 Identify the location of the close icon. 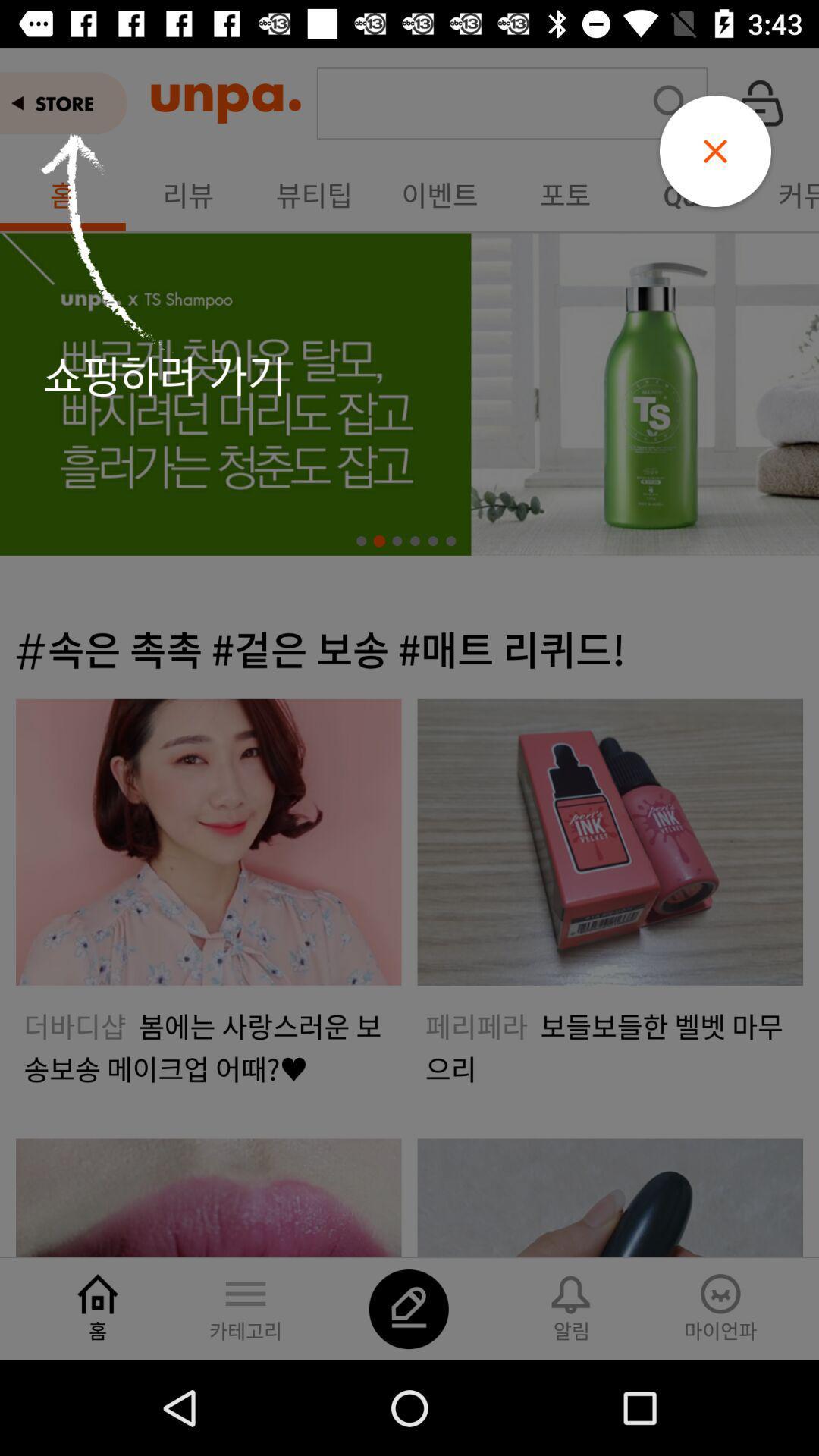
(715, 151).